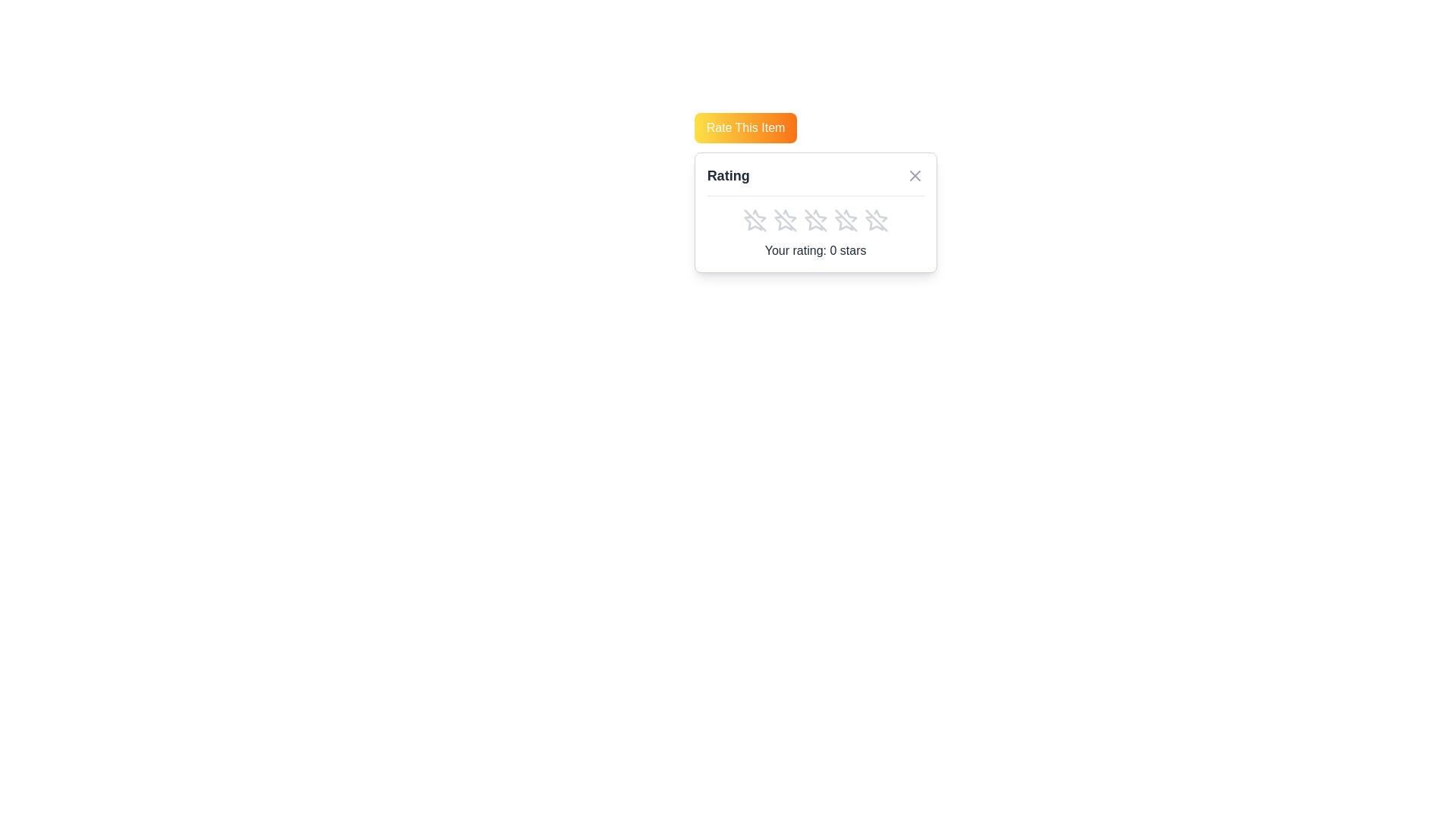  What do you see at coordinates (876, 220) in the screenshot?
I see `the fifth star in the rating system to assign the maximum rating` at bounding box center [876, 220].